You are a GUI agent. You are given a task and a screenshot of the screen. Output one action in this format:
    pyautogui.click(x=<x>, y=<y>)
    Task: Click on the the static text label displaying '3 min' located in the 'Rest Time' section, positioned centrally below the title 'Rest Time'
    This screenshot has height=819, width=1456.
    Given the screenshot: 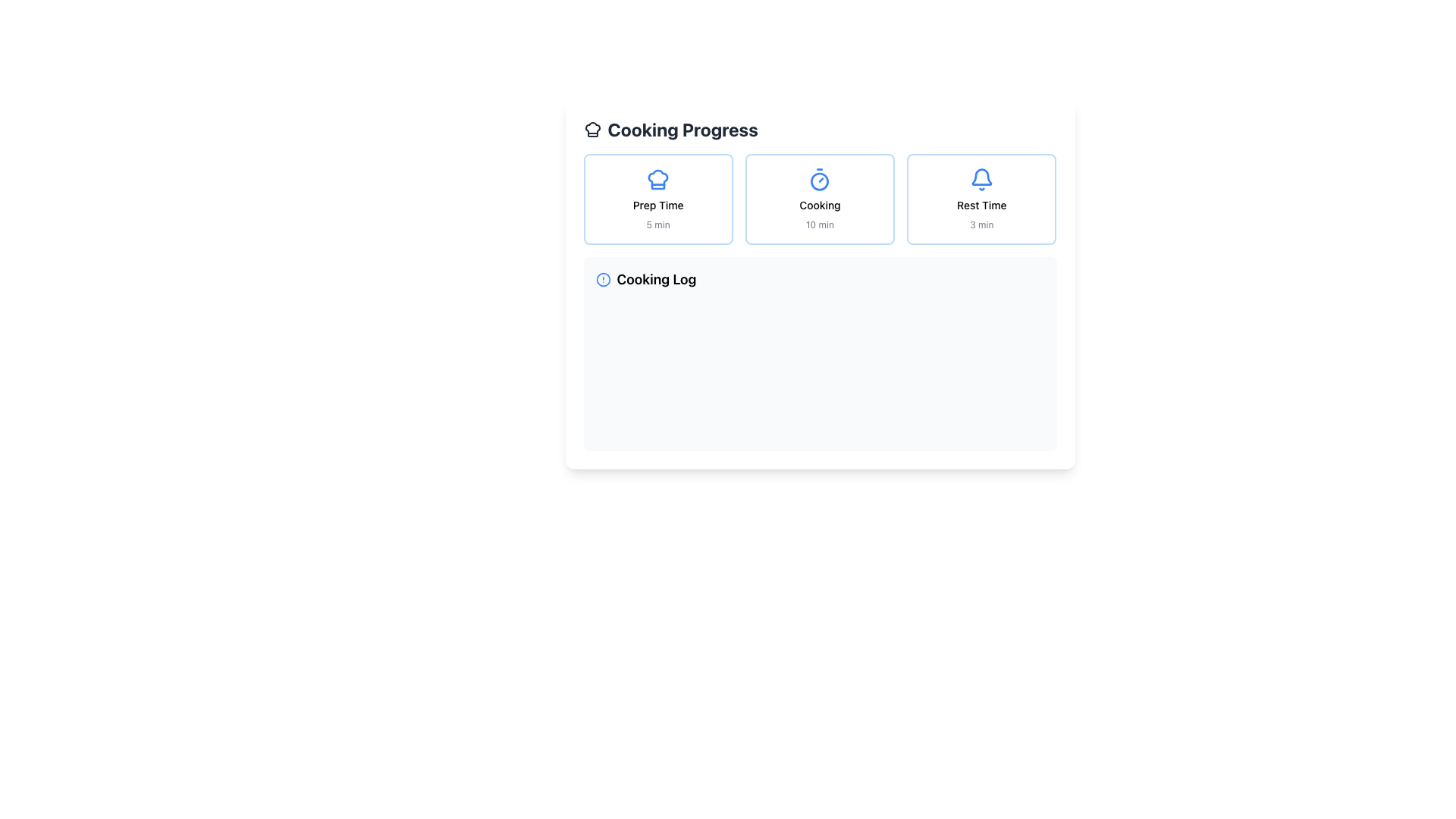 What is the action you would take?
    pyautogui.click(x=981, y=225)
    